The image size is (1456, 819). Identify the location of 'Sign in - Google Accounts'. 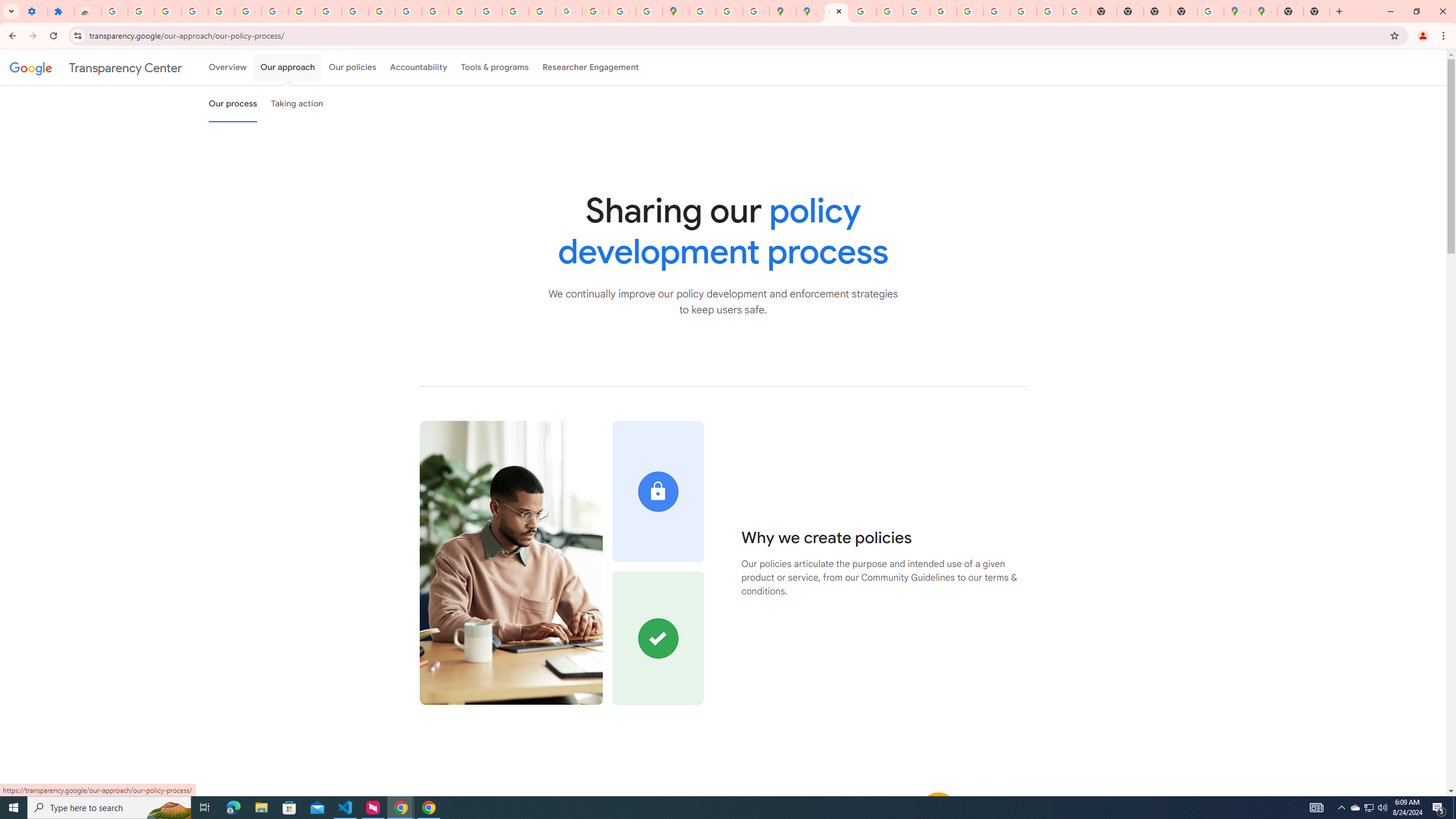
(113, 11).